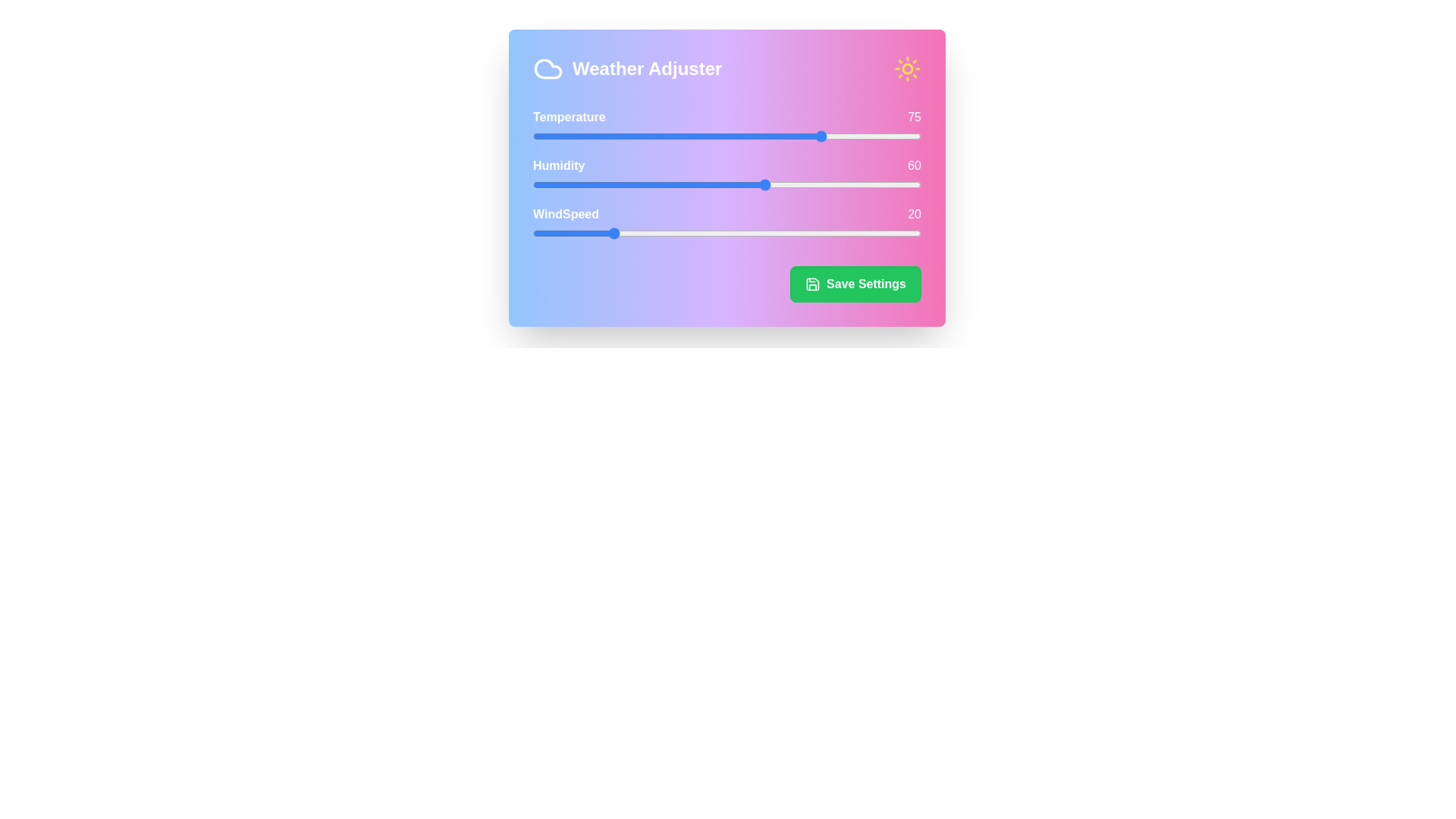 This screenshot has width=1456, height=819. What do you see at coordinates (770, 234) in the screenshot?
I see `the wind speed` at bounding box center [770, 234].